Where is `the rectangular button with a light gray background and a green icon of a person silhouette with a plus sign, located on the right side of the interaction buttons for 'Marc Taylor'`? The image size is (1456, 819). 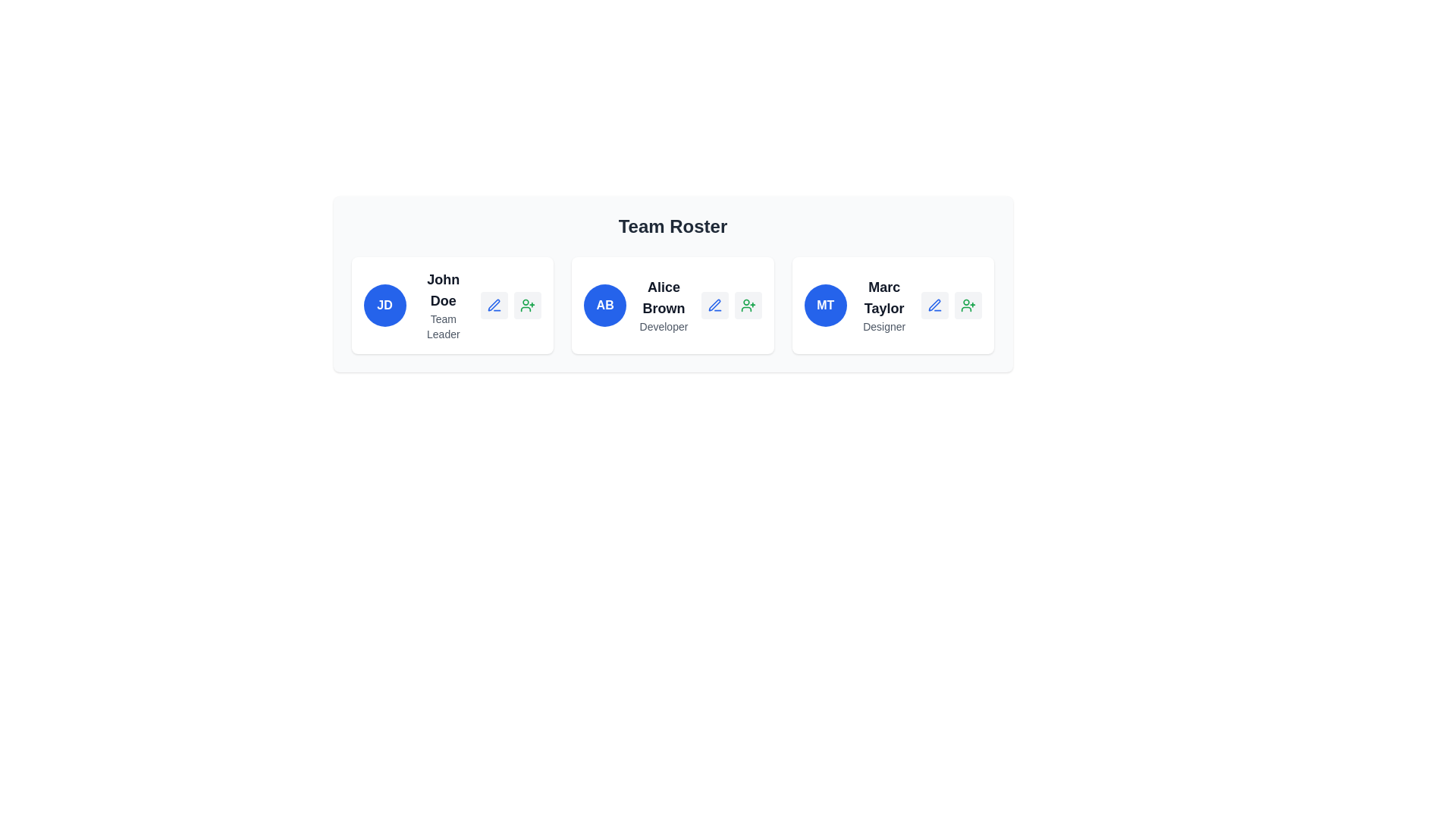 the rectangular button with a light gray background and a green icon of a person silhouette with a plus sign, located on the right side of the interaction buttons for 'Marc Taylor' is located at coordinates (967, 305).